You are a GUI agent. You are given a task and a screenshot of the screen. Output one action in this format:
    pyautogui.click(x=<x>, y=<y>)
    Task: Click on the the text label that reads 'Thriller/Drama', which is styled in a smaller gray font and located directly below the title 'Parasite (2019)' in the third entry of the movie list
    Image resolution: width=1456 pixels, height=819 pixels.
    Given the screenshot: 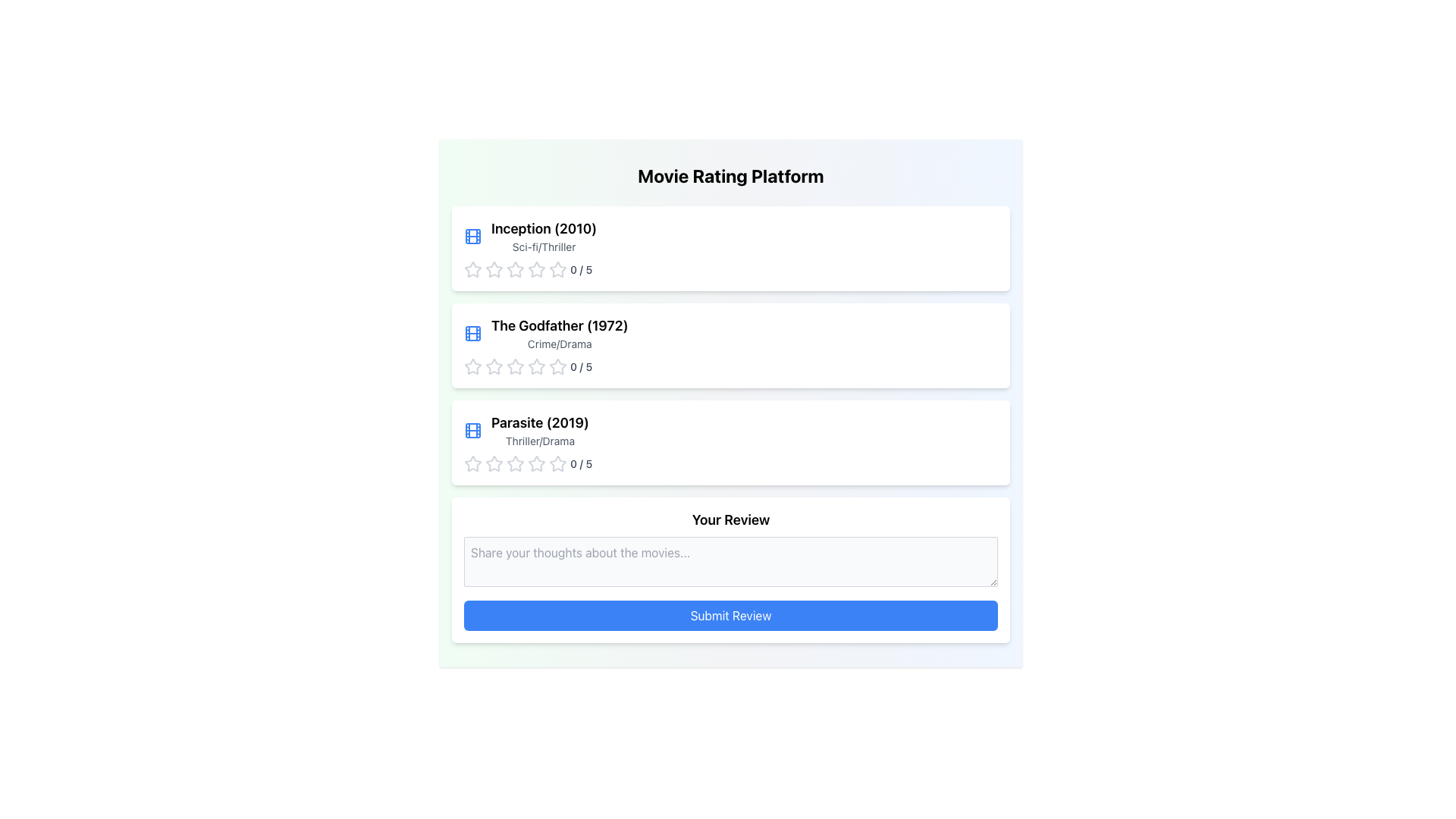 What is the action you would take?
    pyautogui.click(x=540, y=441)
    